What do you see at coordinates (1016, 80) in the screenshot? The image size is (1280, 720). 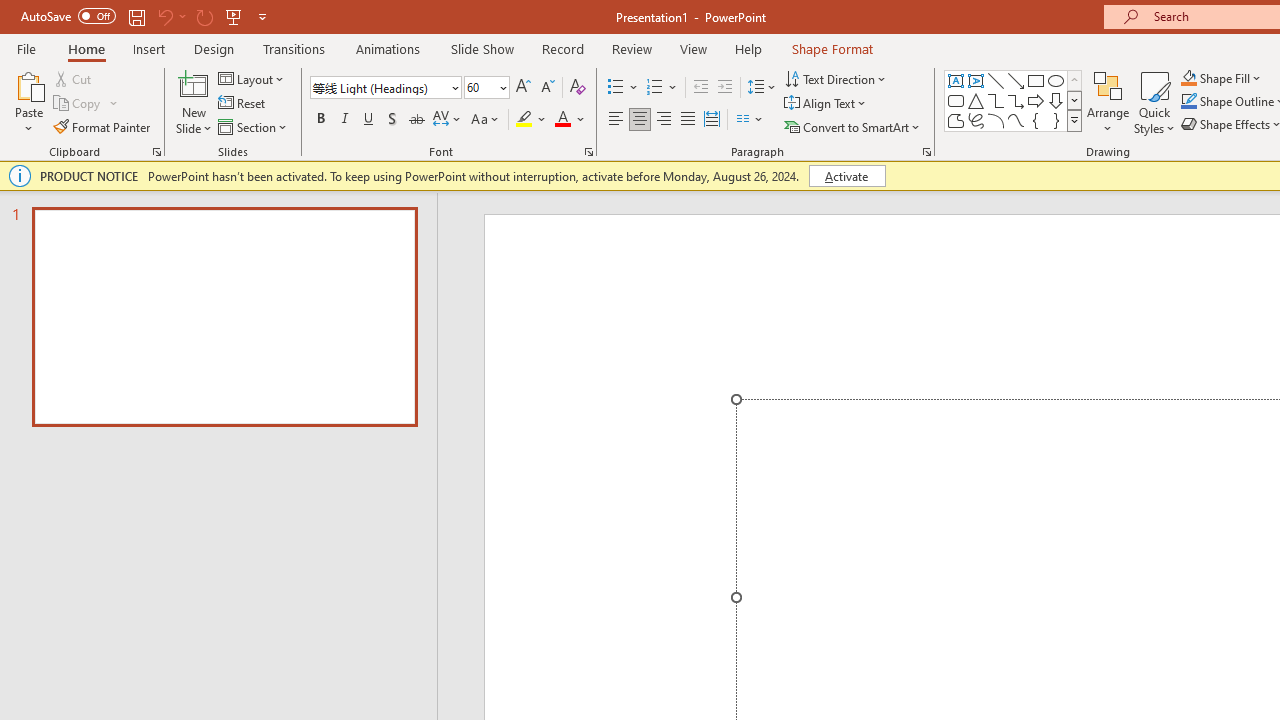 I see `'Line Arrow'` at bounding box center [1016, 80].